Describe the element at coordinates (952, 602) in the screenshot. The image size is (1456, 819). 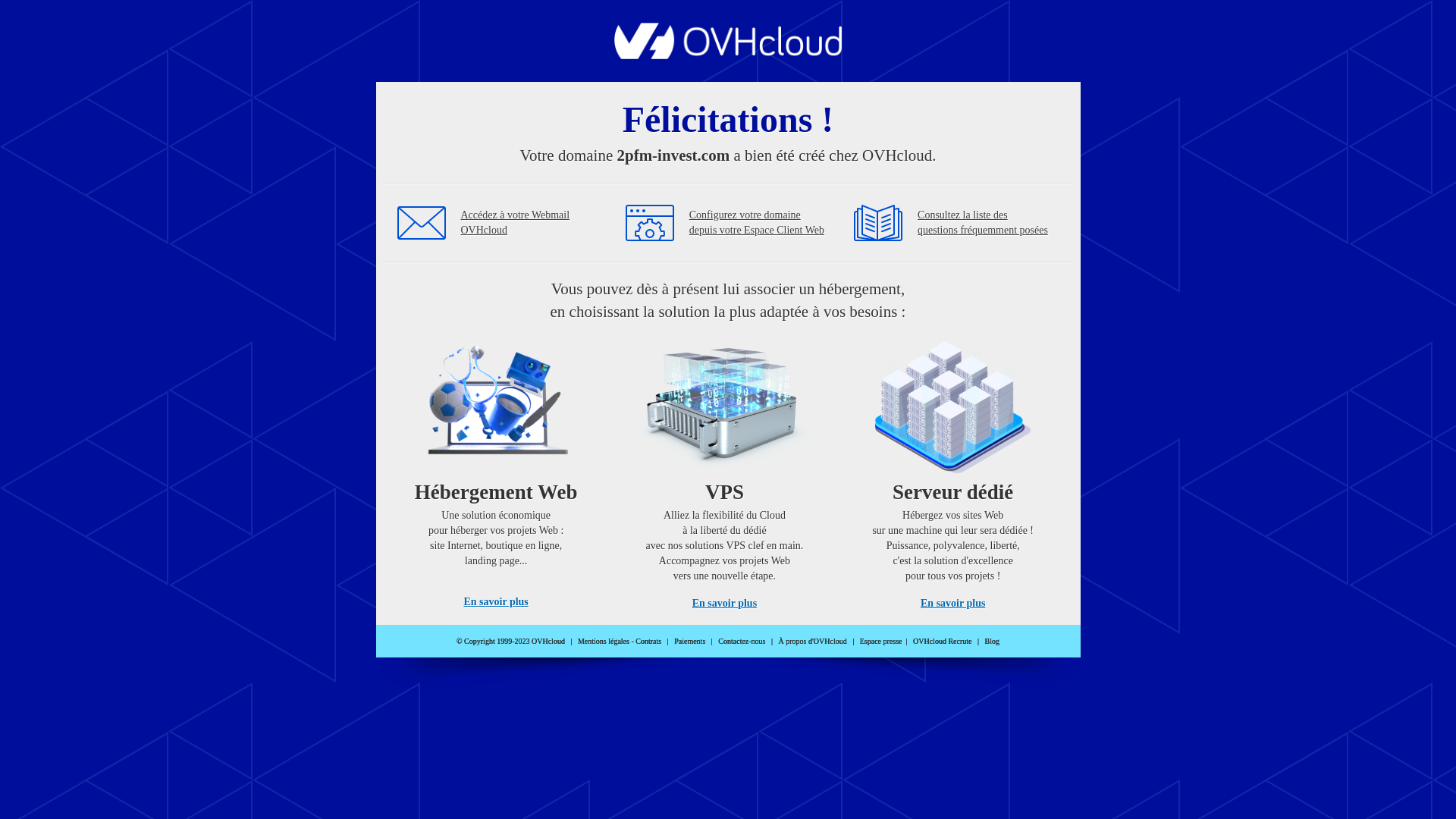
I see `'En savoir plus'` at that location.